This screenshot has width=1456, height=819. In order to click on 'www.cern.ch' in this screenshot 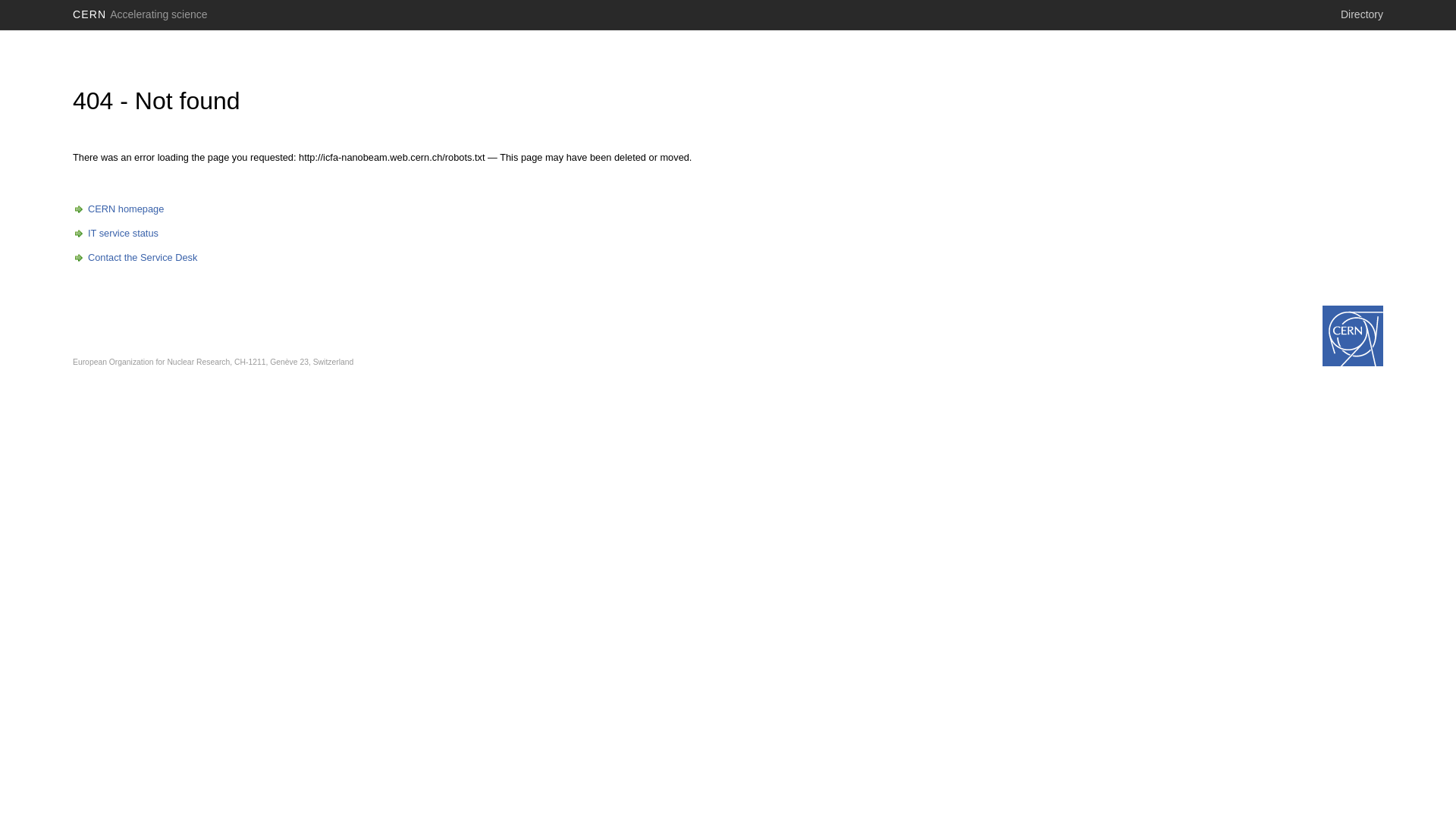, I will do `click(1353, 335)`.